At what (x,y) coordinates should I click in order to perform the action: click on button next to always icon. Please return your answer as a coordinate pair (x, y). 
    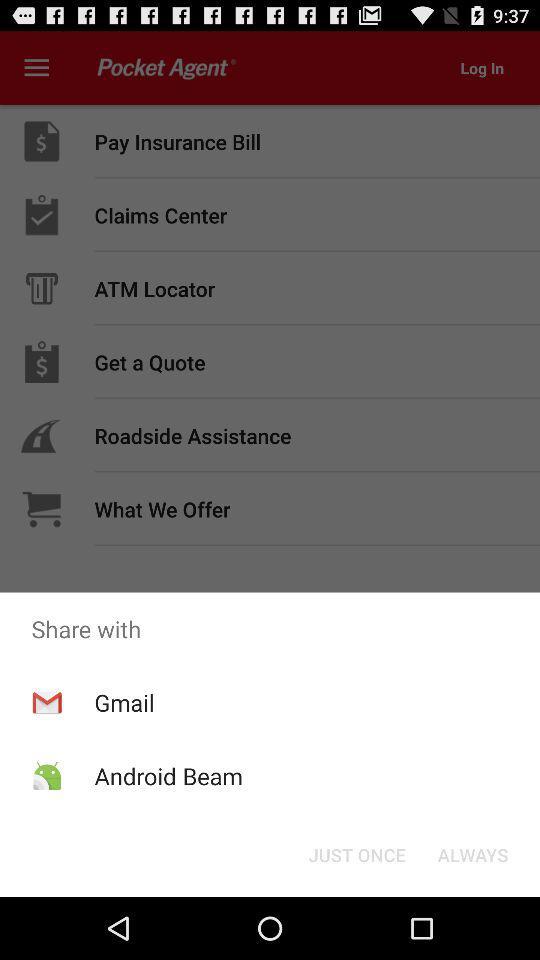
    Looking at the image, I should click on (356, 853).